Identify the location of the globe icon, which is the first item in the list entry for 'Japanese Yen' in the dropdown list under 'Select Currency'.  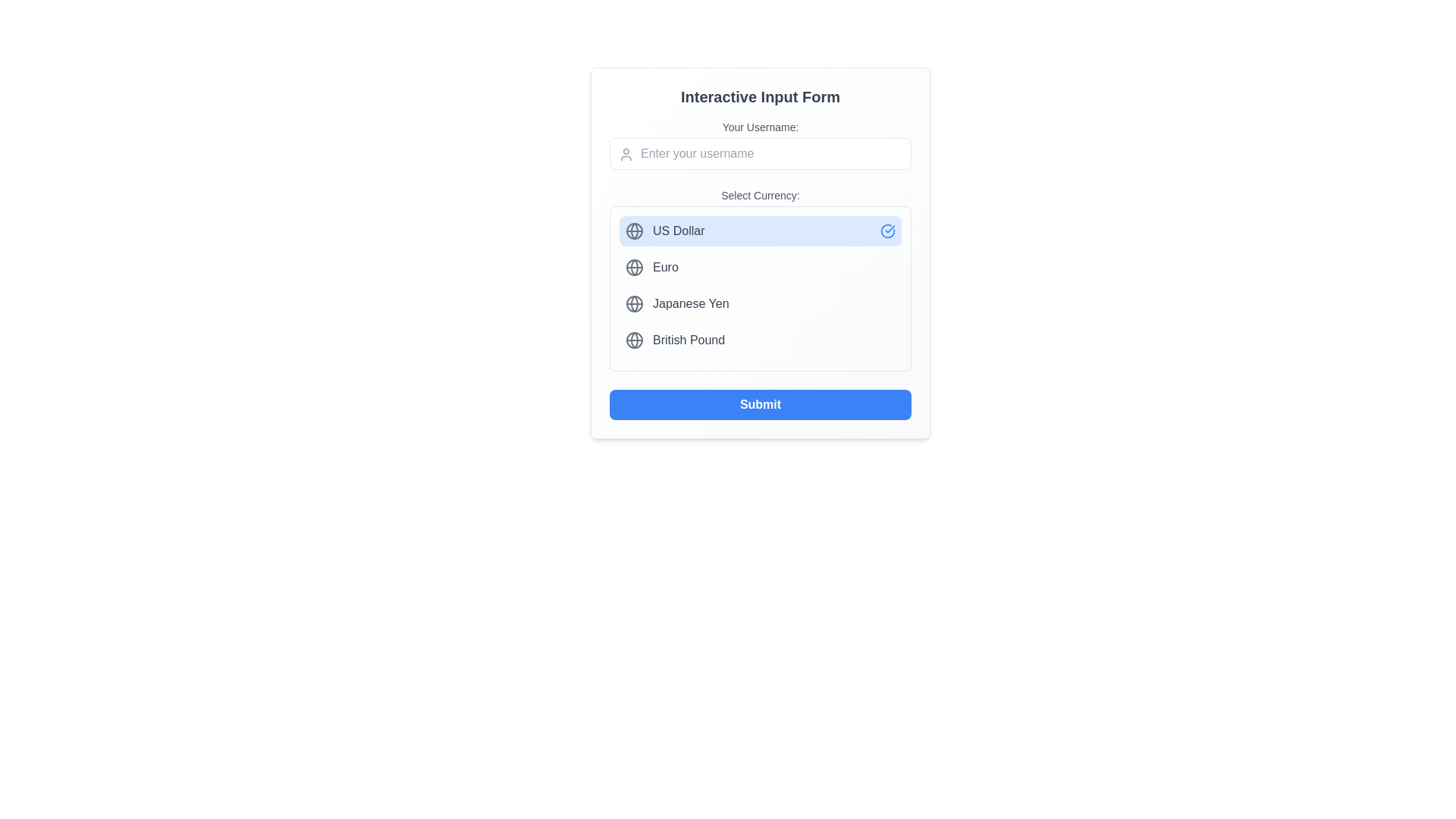
(634, 304).